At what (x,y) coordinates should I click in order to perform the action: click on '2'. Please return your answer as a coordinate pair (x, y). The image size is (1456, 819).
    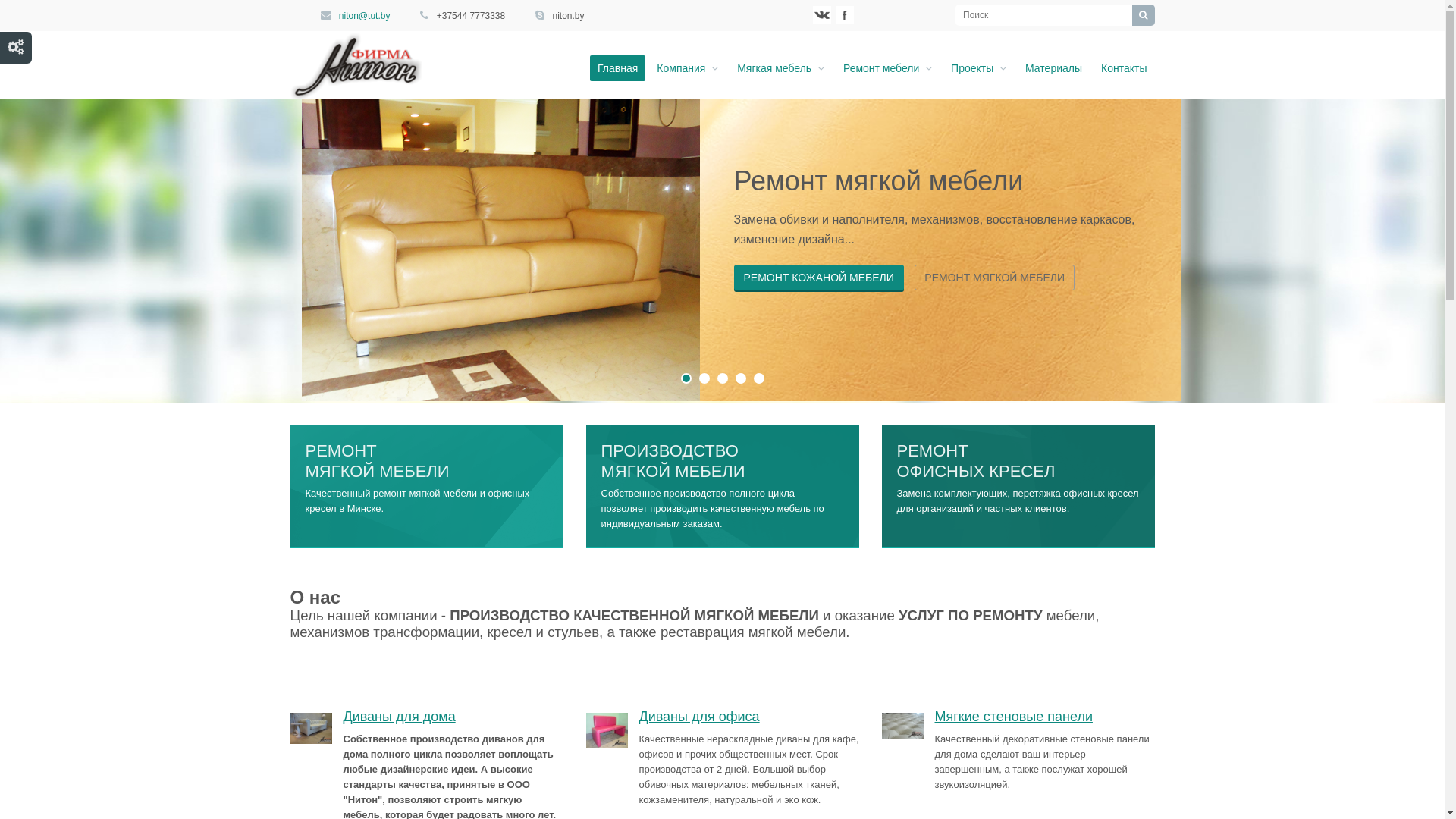
    Looking at the image, I should click on (704, 377).